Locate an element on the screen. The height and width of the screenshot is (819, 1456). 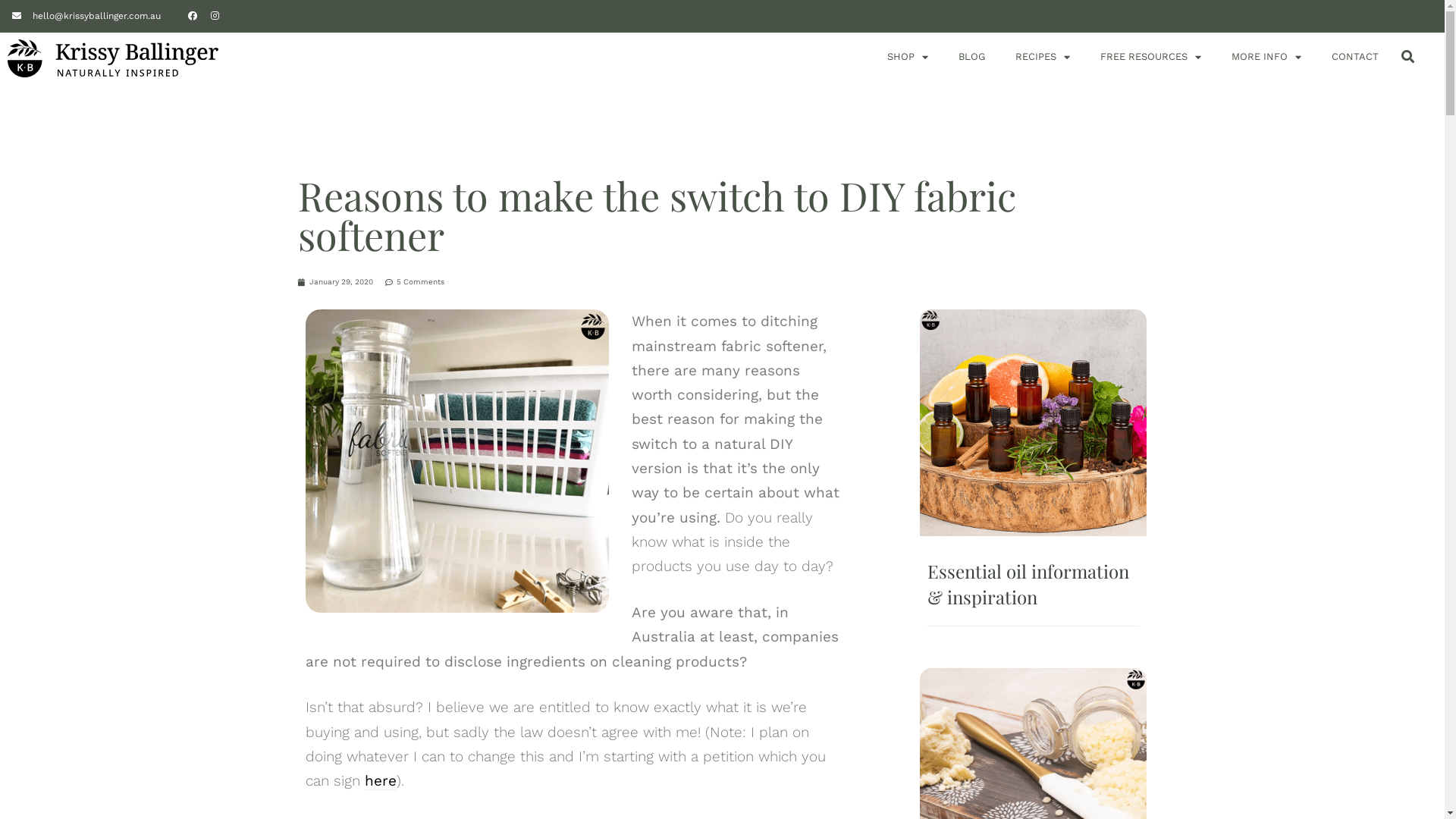
'here' is located at coordinates (379, 780).